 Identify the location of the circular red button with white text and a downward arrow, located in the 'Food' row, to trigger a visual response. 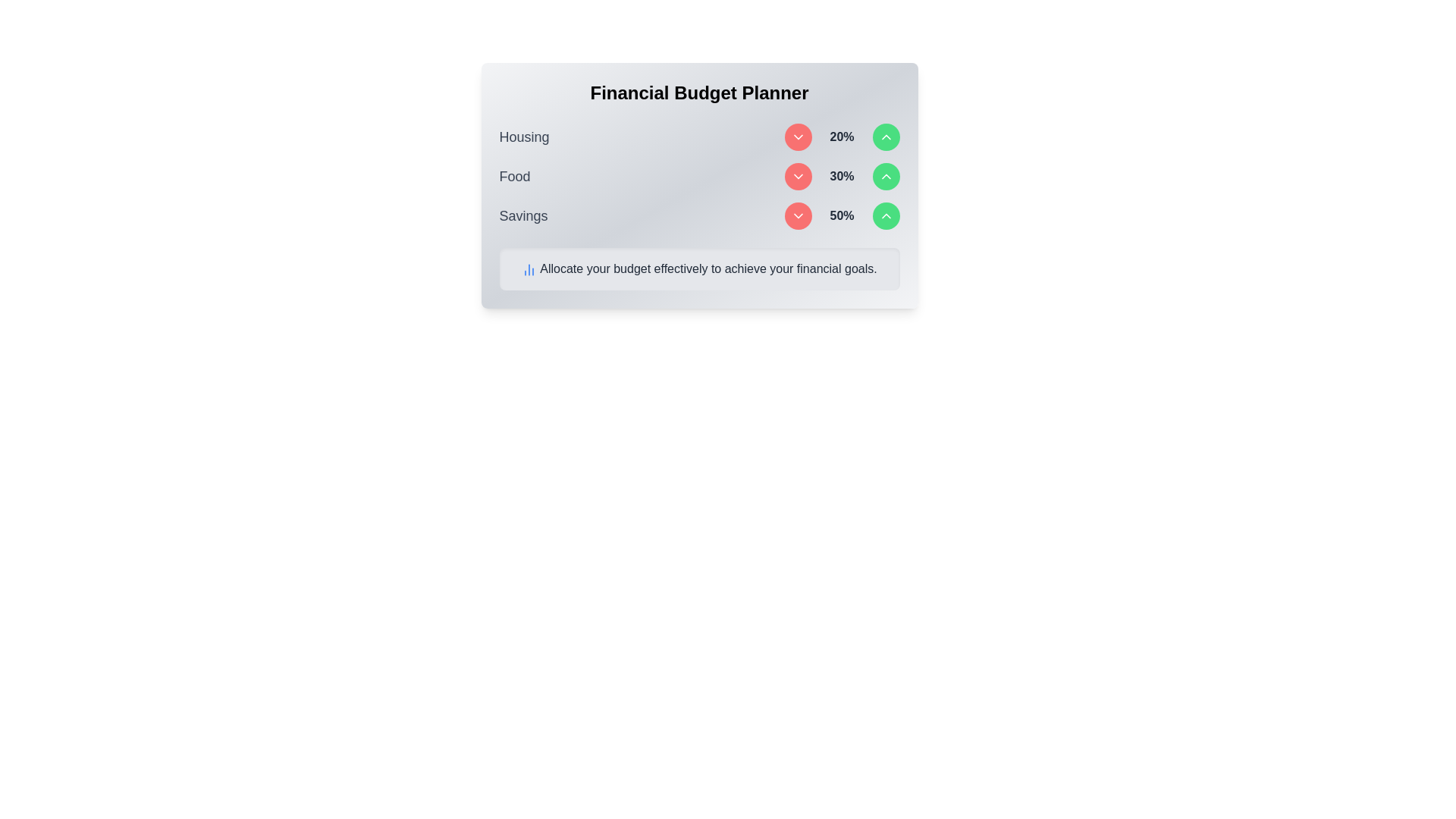
(797, 175).